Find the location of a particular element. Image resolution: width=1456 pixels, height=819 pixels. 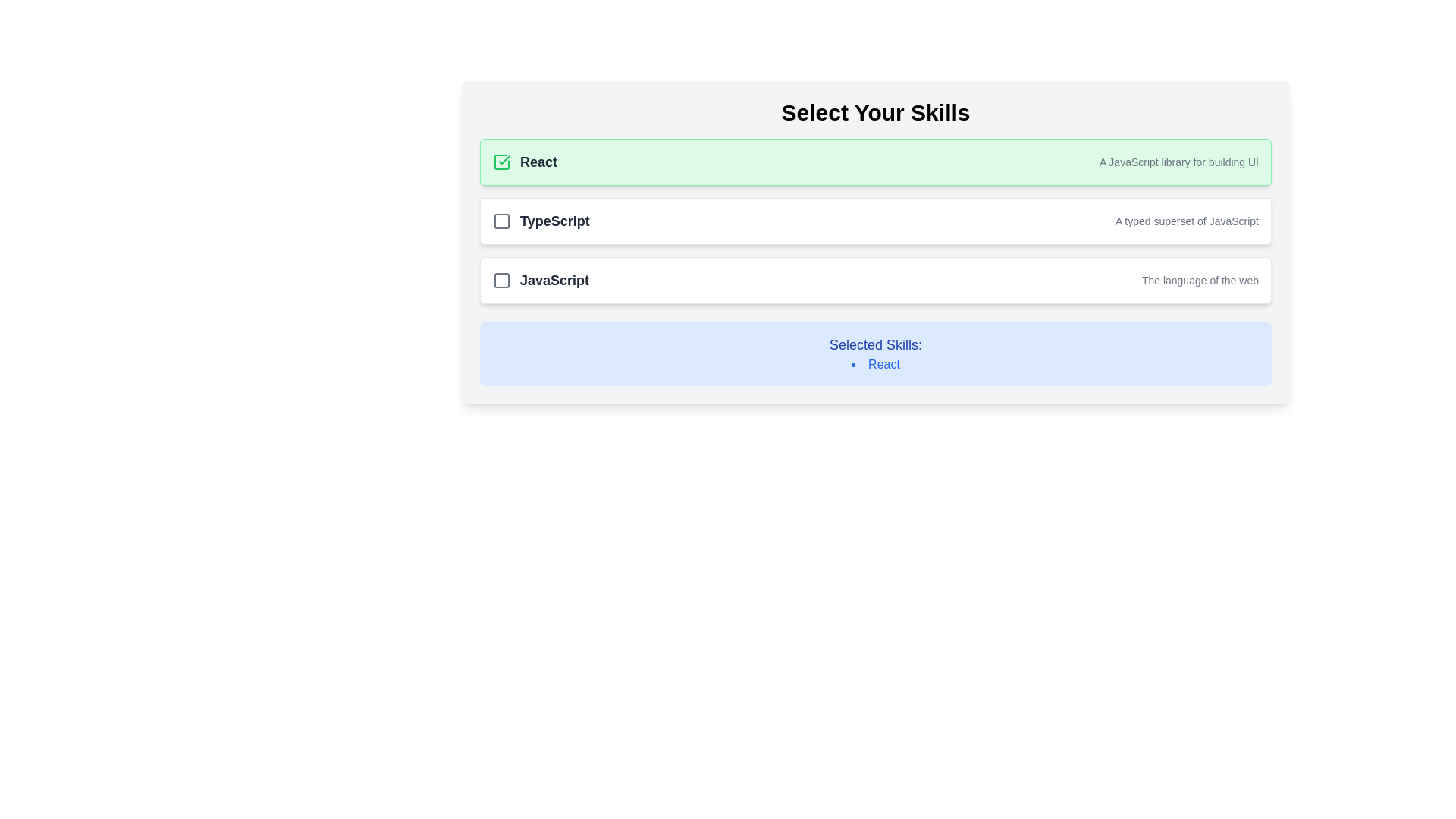

the text label 'React' which is styled in blue and positioned with a disc bullet point, located under the heading 'Selected Skills:' in the central-bottom section of the interface is located at coordinates (876, 365).